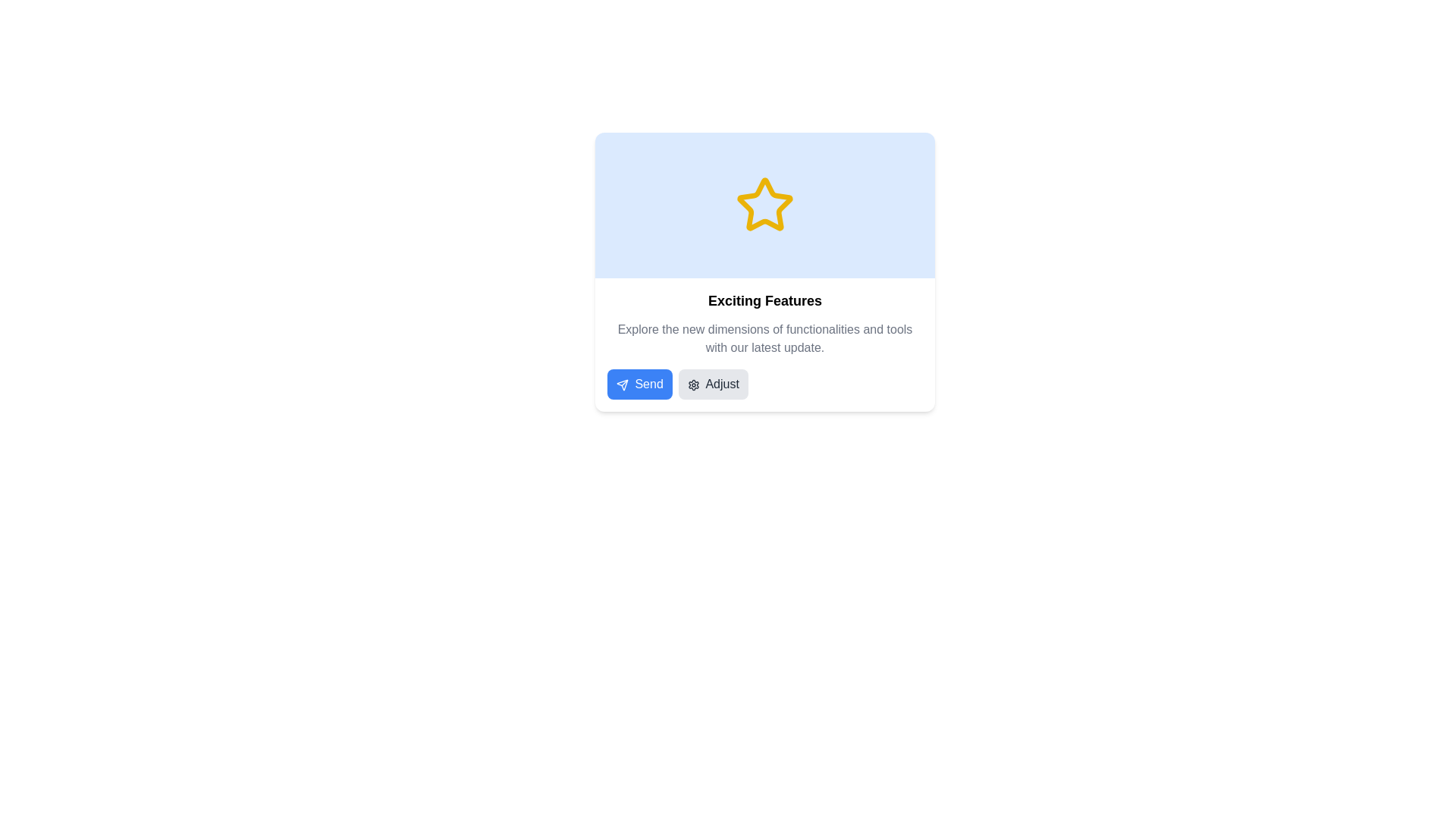 This screenshot has height=819, width=1456. I want to click on the settings icon, which is a cog or gear graphic located at the top-right corner of the card-like layout, so click(692, 384).